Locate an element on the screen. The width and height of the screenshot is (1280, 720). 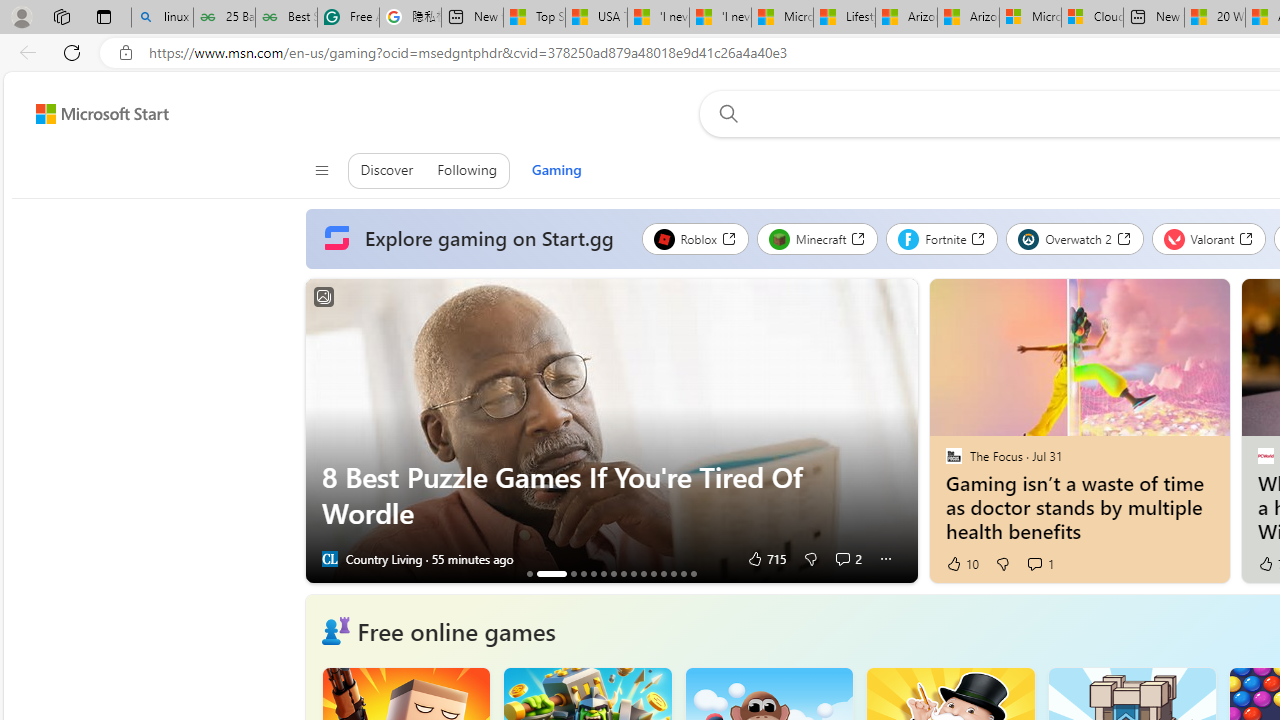
'AutomationID: tab_nativead-infopane-11' is located at coordinates (653, 573).